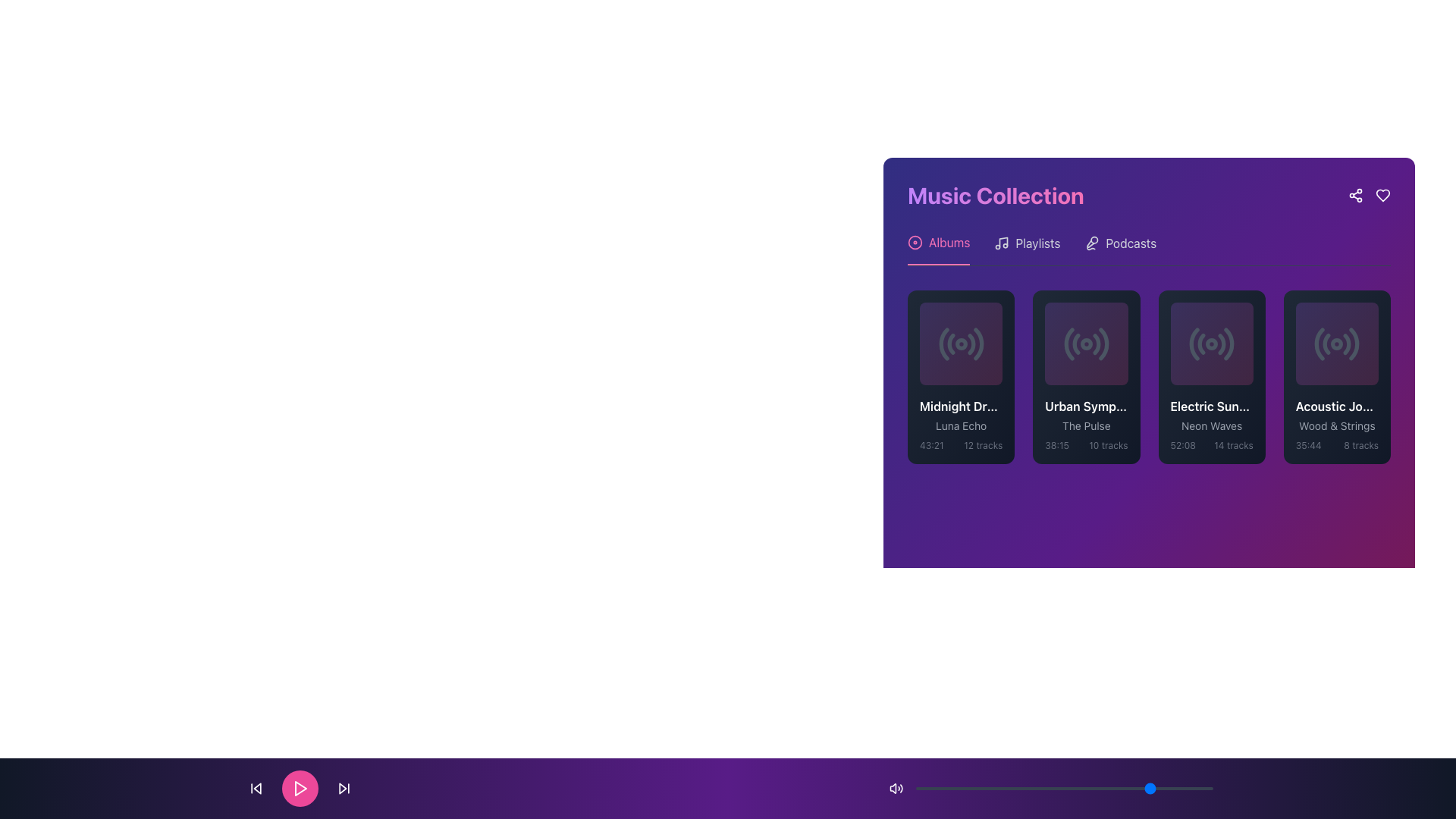 The image size is (1456, 819). I want to click on the text label displaying '10 tracks' located at the bottom-right corner of the card for 'Urban Symphony - The Pulse', so click(1108, 445).